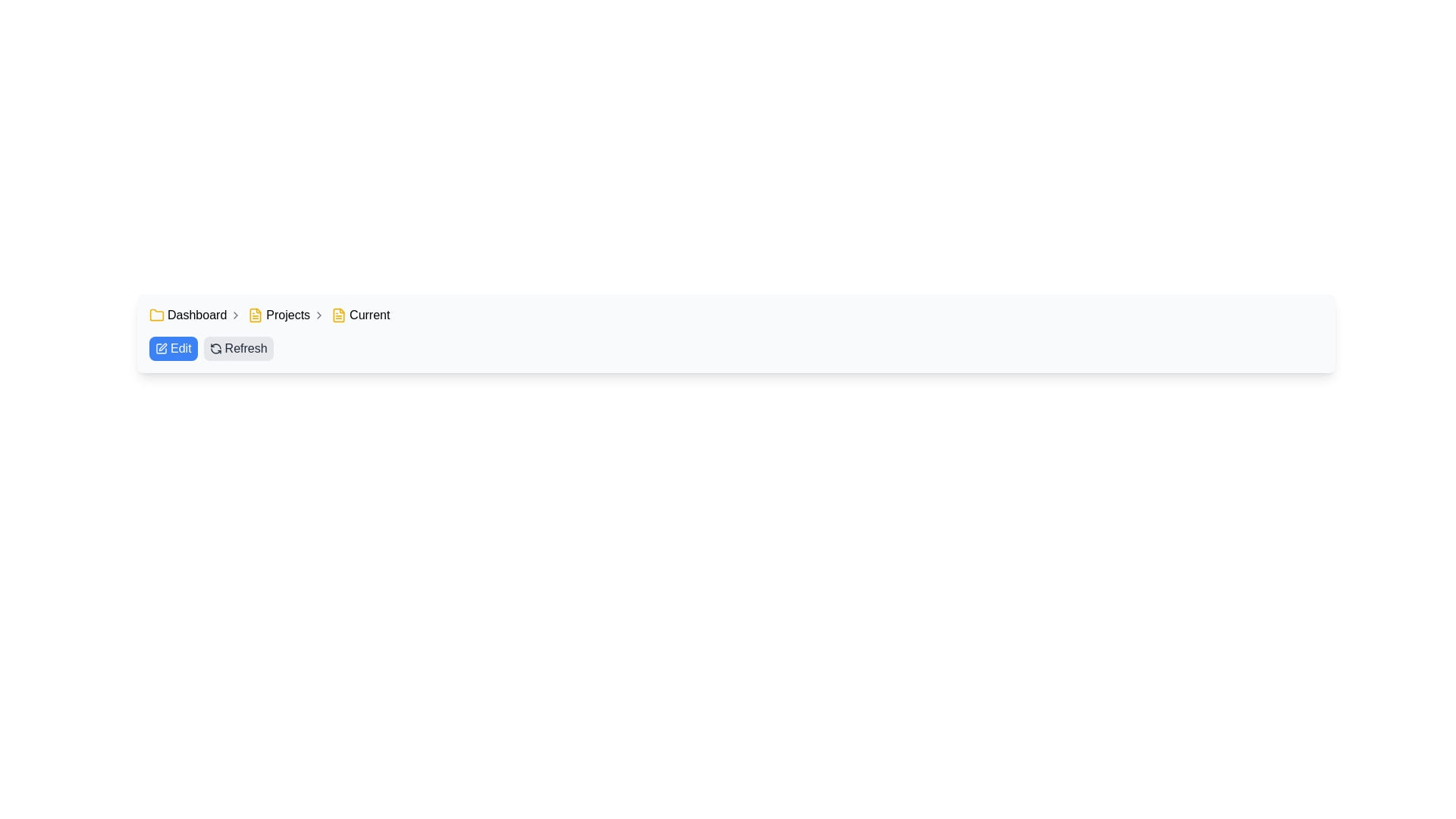  I want to click on the position of the small right-pointing gray arrow icon in the breadcrumb navigation bar, located between 'Dashboard' and 'Projects', so click(235, 315).